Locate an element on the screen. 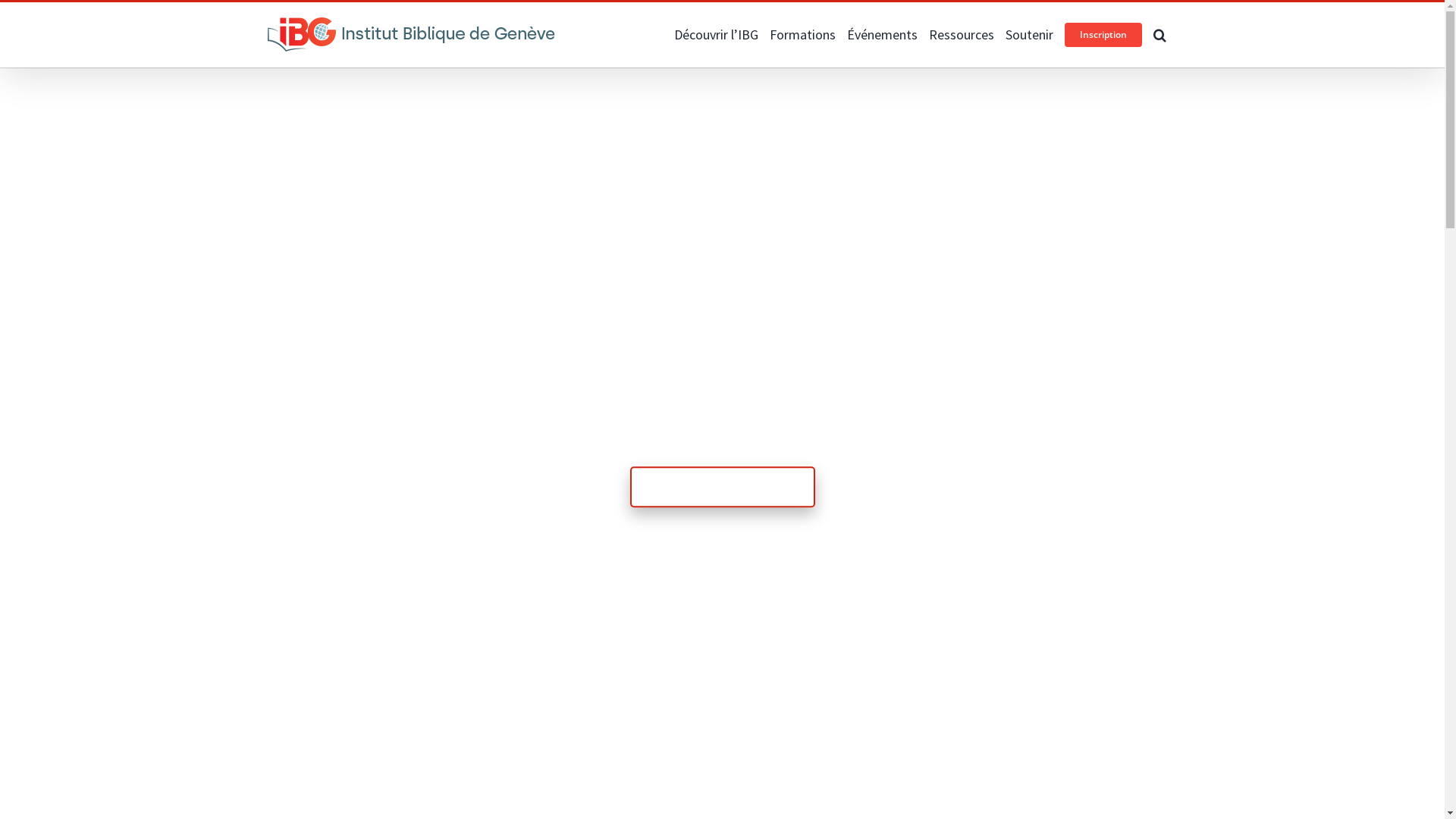 The image size is (1456, 819). 'Recherche' is located at coordinates (1153, 34).